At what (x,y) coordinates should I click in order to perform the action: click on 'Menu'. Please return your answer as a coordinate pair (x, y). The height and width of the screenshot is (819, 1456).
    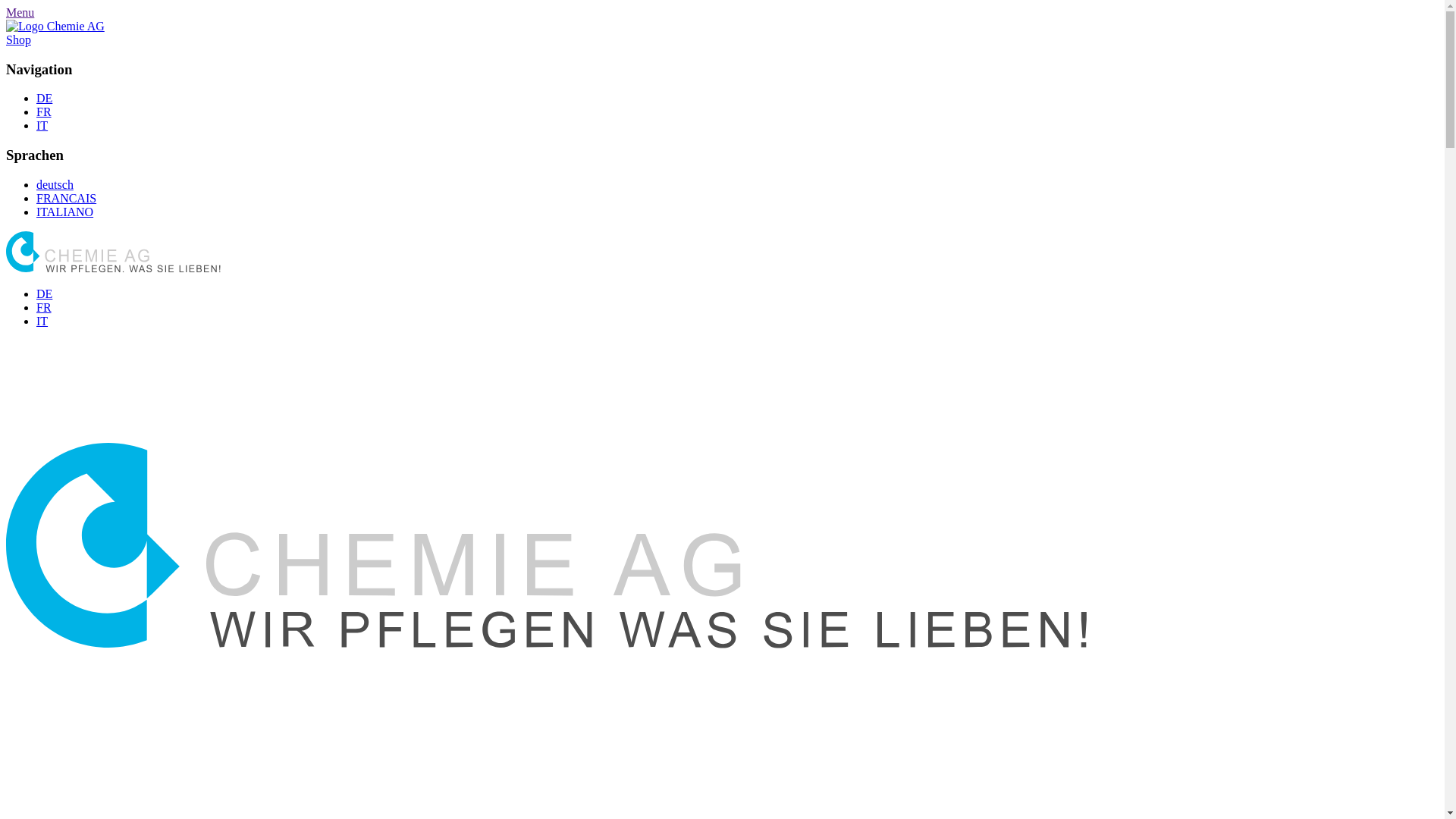
    Looking at the image, I should click on (20, 12).